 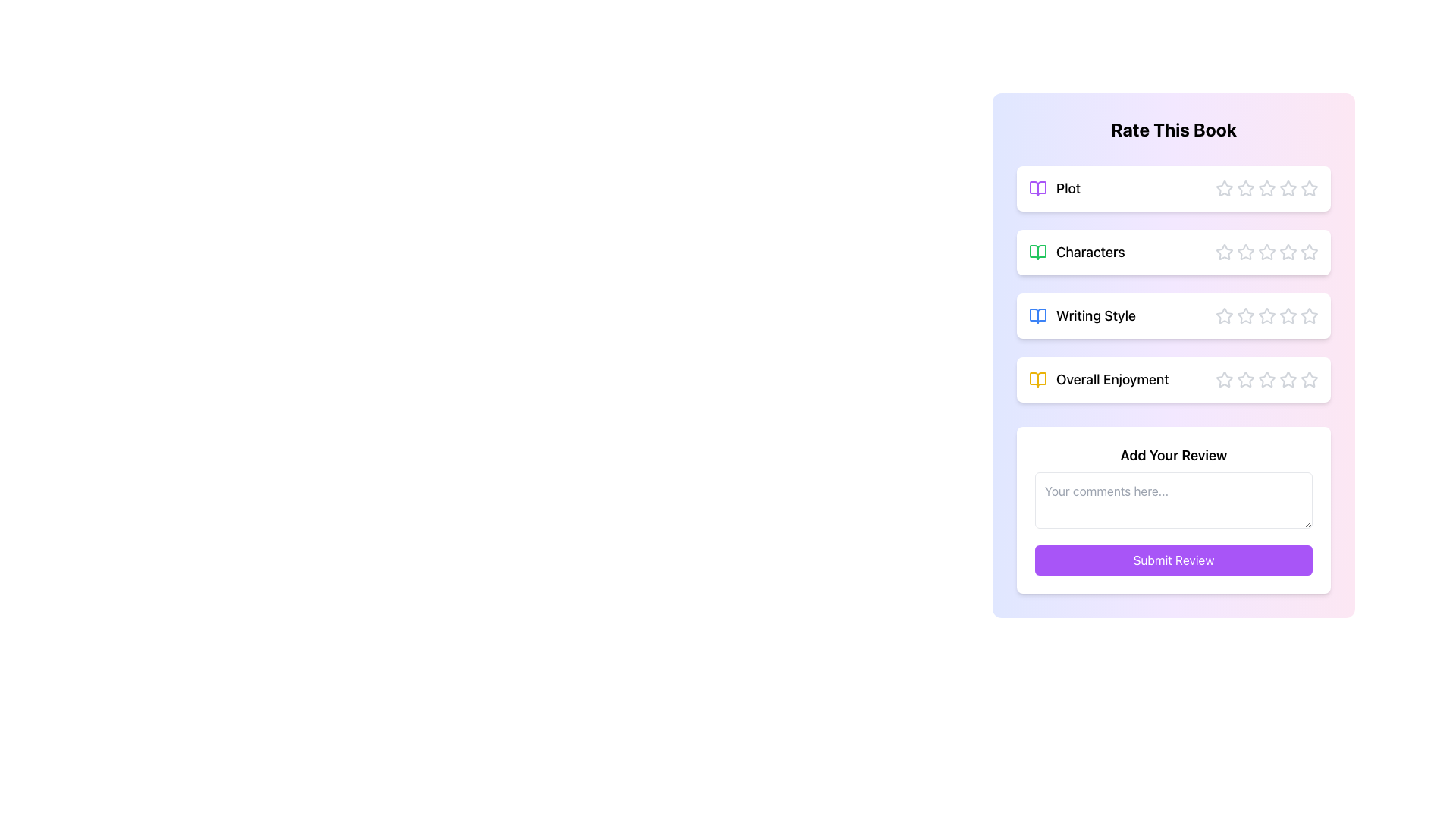 I want to click on the star icon button used for rating in the 'Overall Enjoyment' category by, so click(x=1288, y=378).